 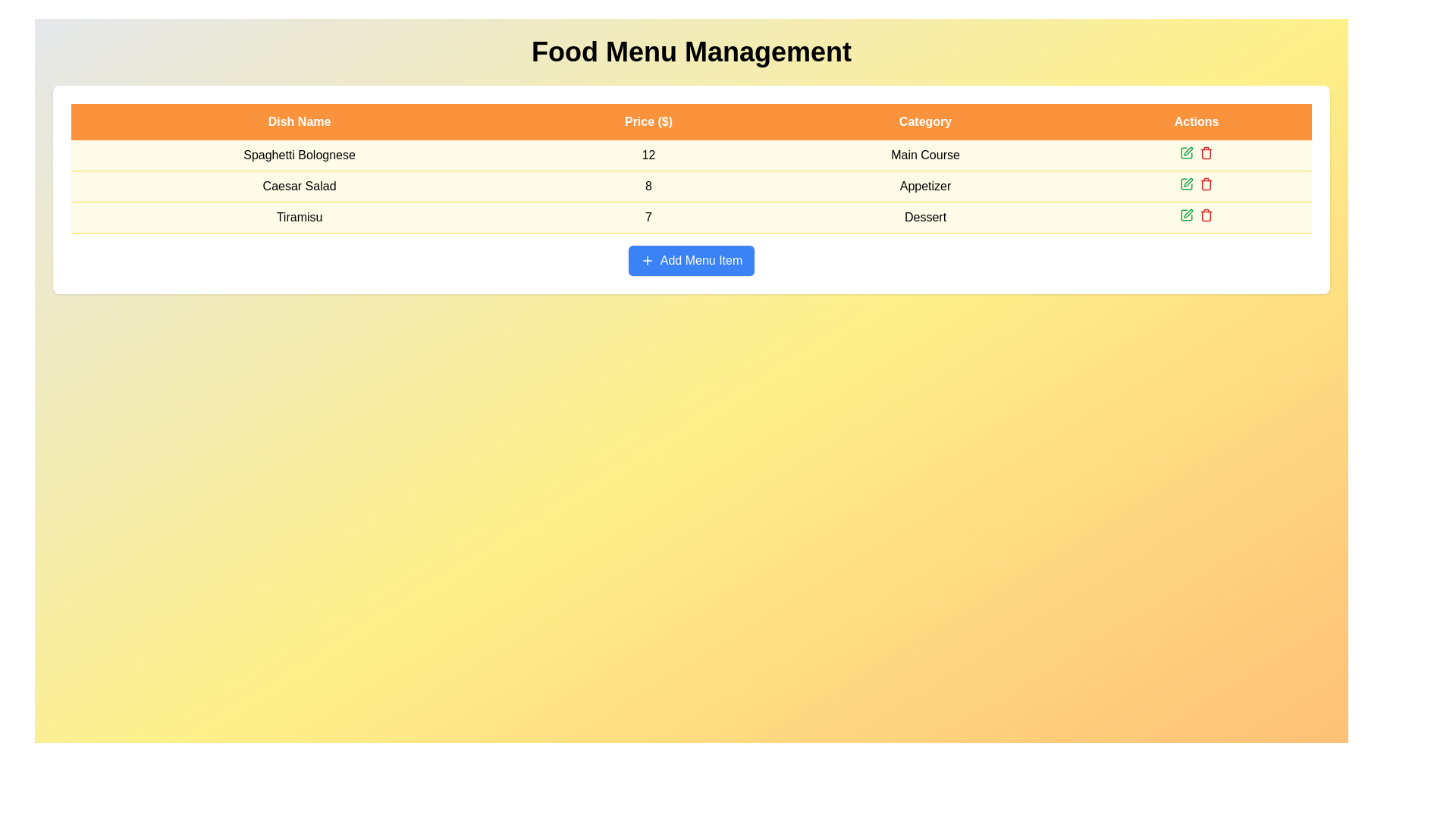 I want to click on the edit icon button in the 'Actions' column for the 'Tiramisu' menu item, so click(x=1185, y=215).